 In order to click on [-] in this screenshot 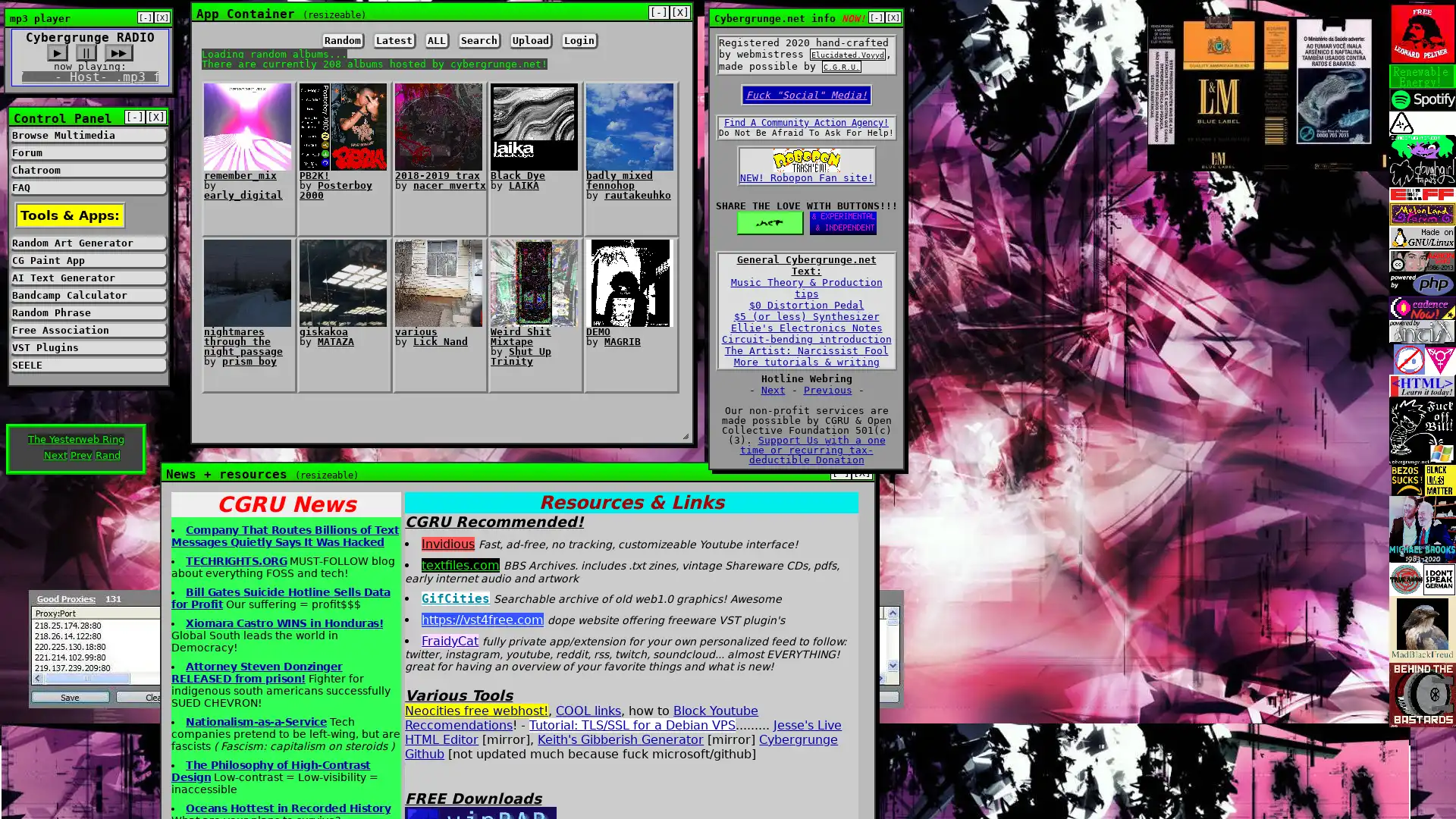, I will do `click(839, 472)`.